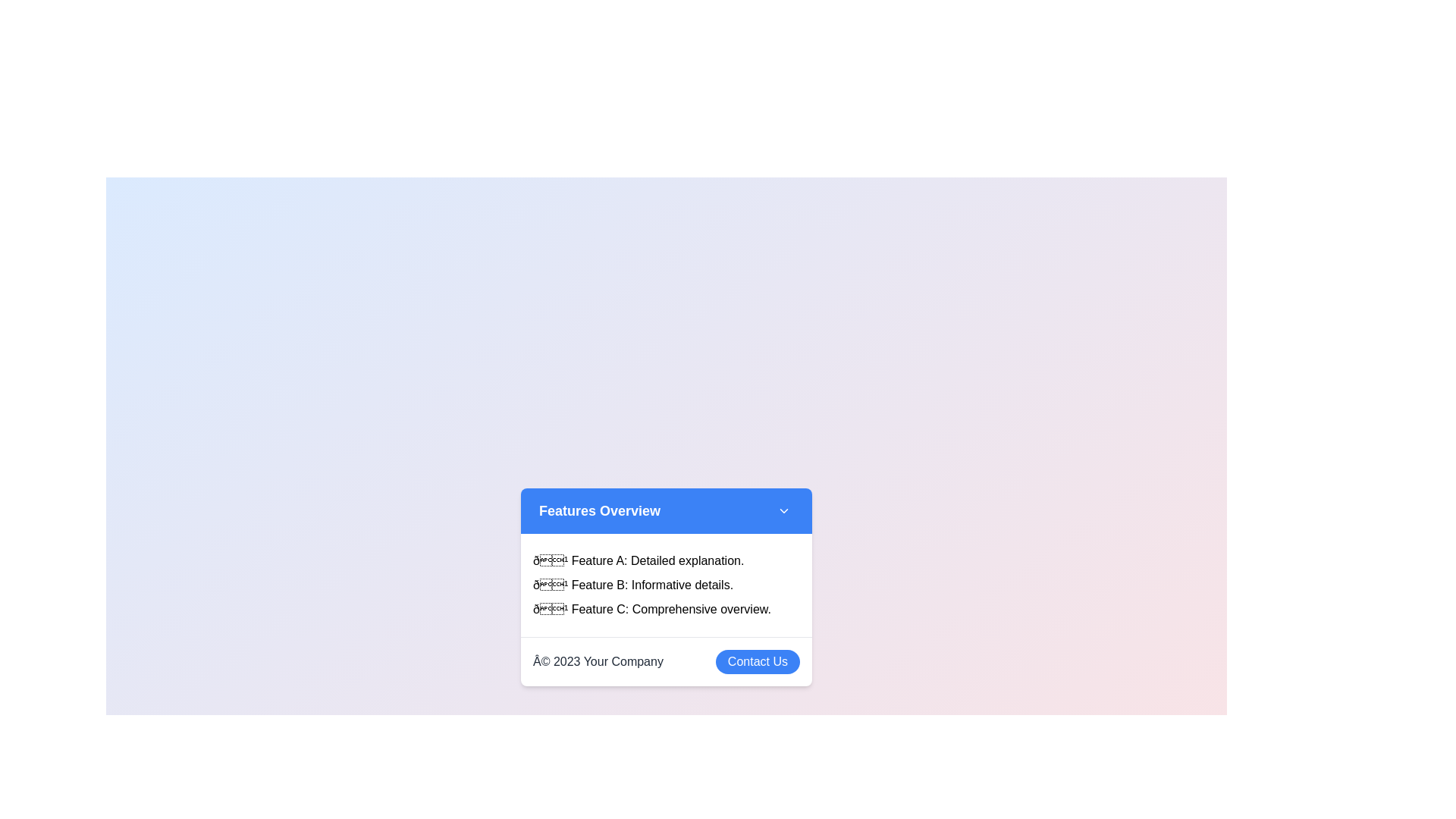  What do you see at coordinates (666, 560) in the screenshot?
I see `description displayed in the Text Label that provides information about Feature A, which is the first item in the vertical list under the 'Features Overview' section` at bounding box center [666, 560].